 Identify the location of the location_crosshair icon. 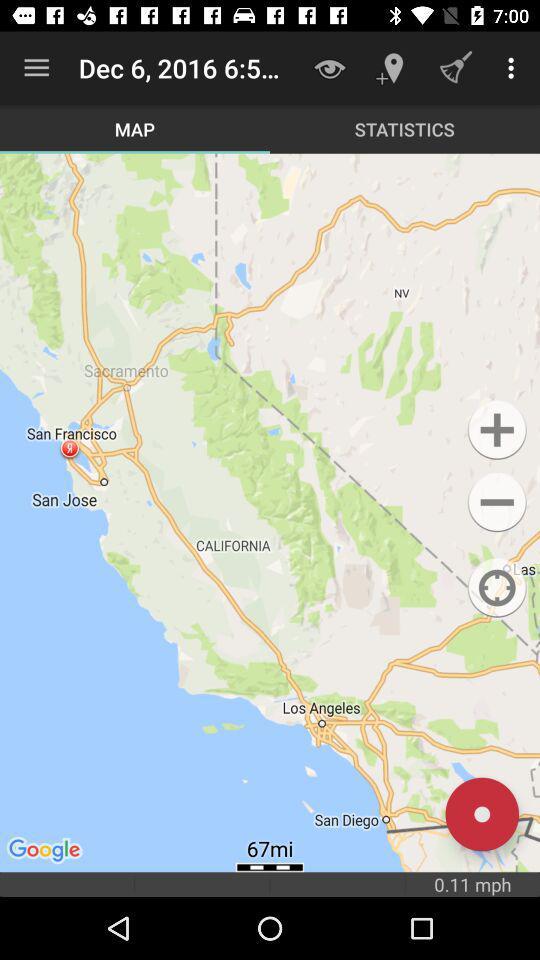
(496, 588).